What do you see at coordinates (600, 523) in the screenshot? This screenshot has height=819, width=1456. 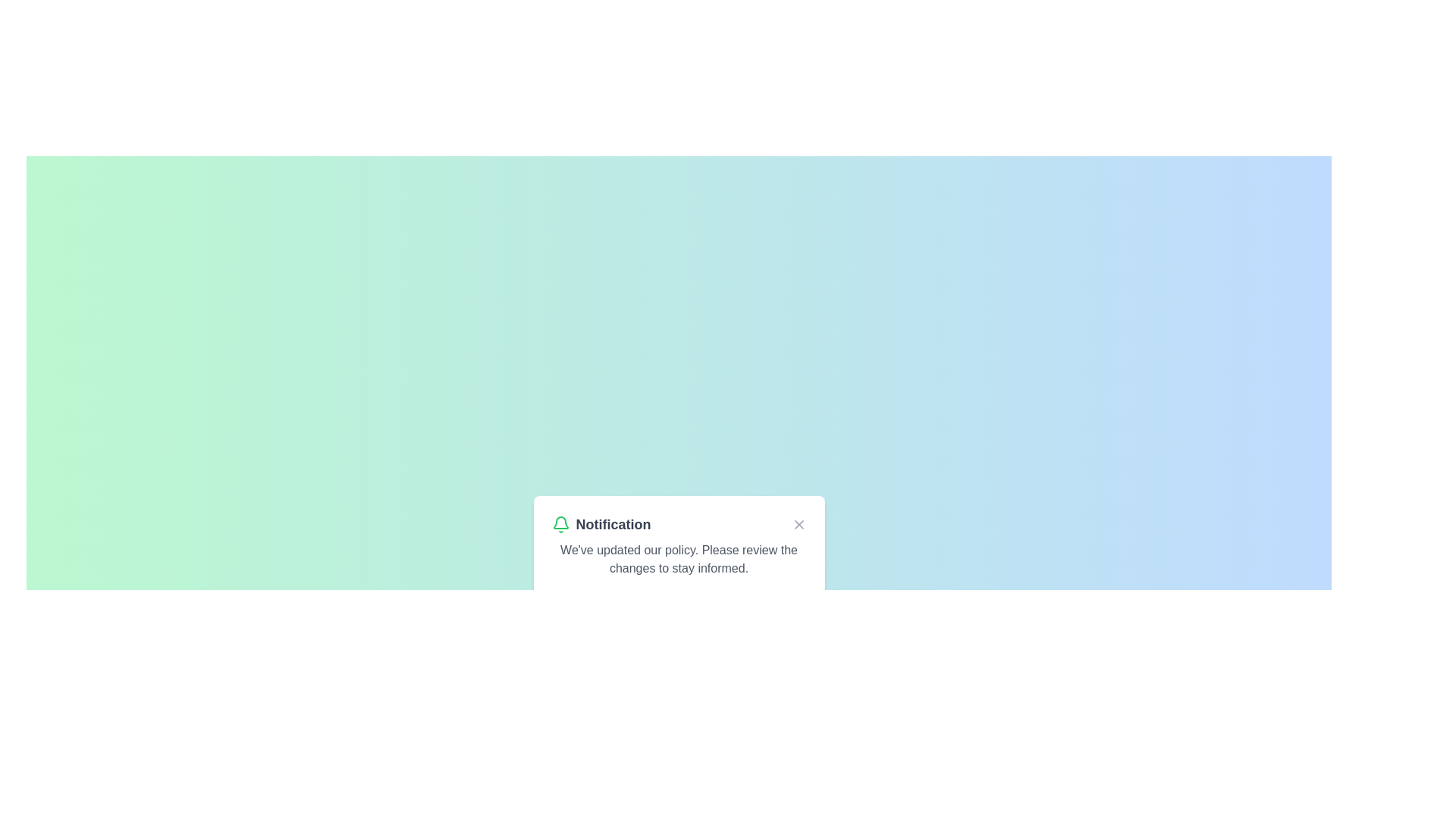 I see `text label 'Notification' which is a bold label adjacent to a green bell icon in the notification header` at bounding box center [600, 523].